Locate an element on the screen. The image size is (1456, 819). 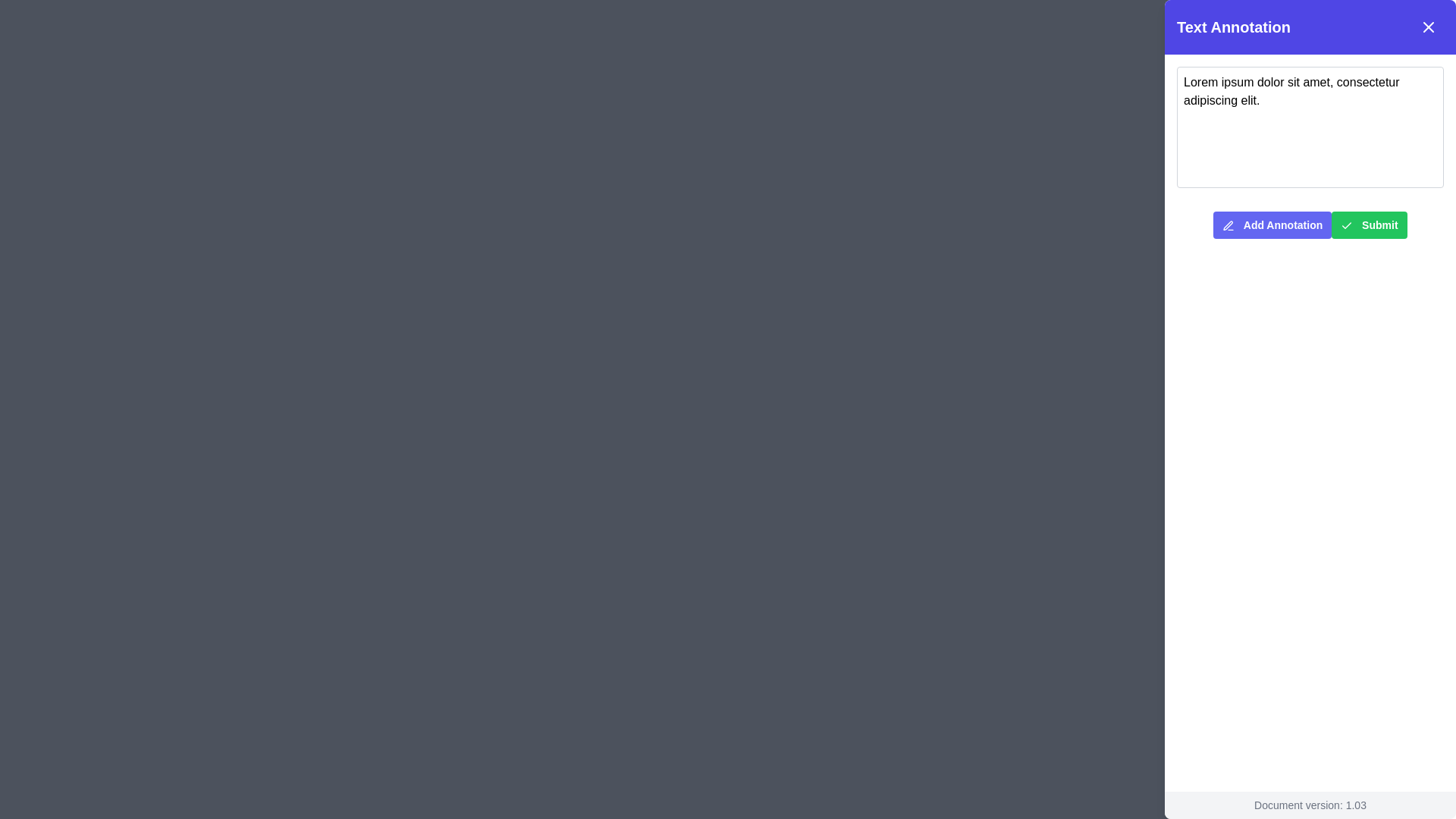
the rightmost button used is located at coordinates (1369, 225).